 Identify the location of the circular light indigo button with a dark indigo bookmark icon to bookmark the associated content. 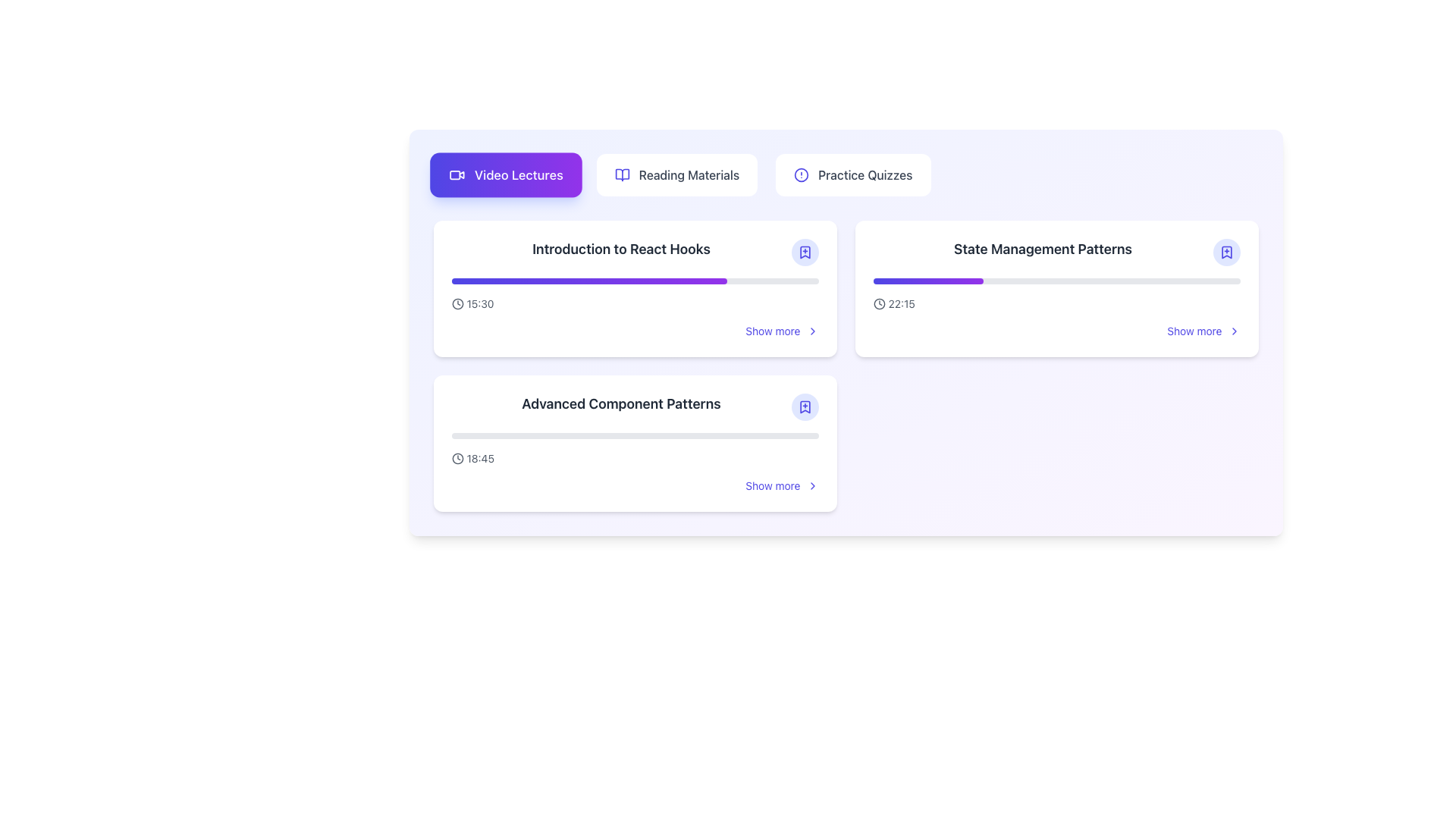
(804, 406).